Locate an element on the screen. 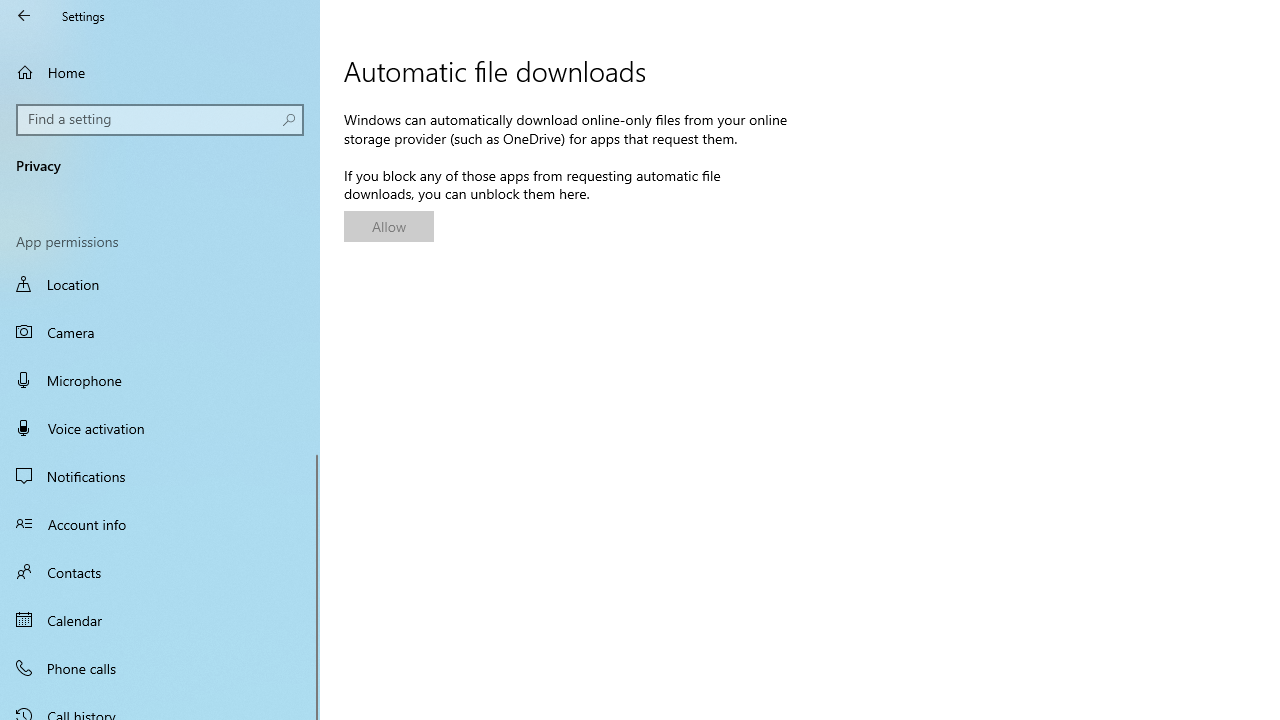 This screenshot has width=1280, height=720. 'Location' is located at coordinates (160, 286).